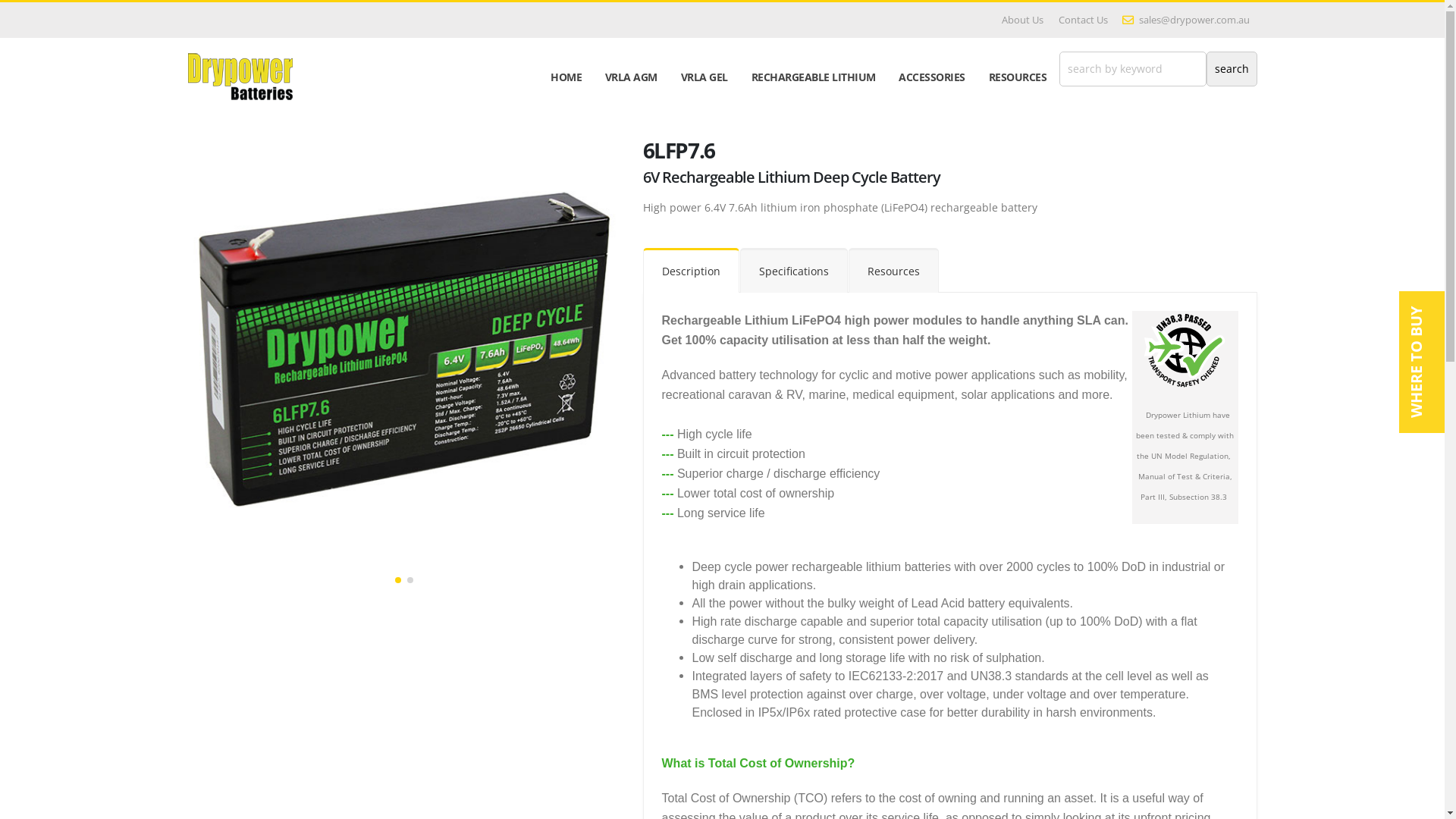 Image resolution: width=1456 pixels, height=819 pixels. I want to click on 'RECHARGEABLE LITHIUM', so click(812, 77).